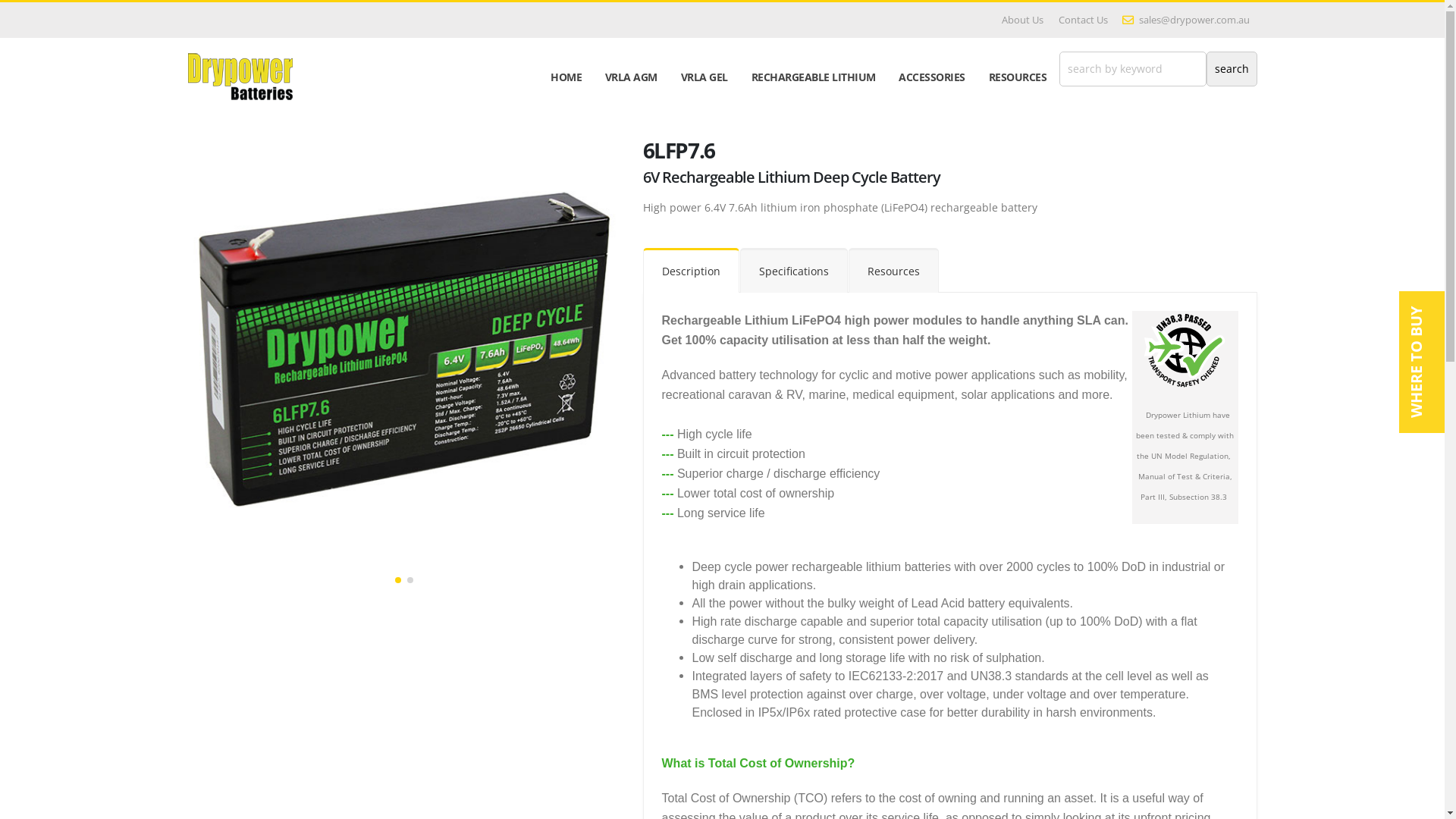 Image resolution: width=1456 pixels, height=819 pixels. I want to click on 'RECHARGEABLE LITHIUM', so click(812, 77).